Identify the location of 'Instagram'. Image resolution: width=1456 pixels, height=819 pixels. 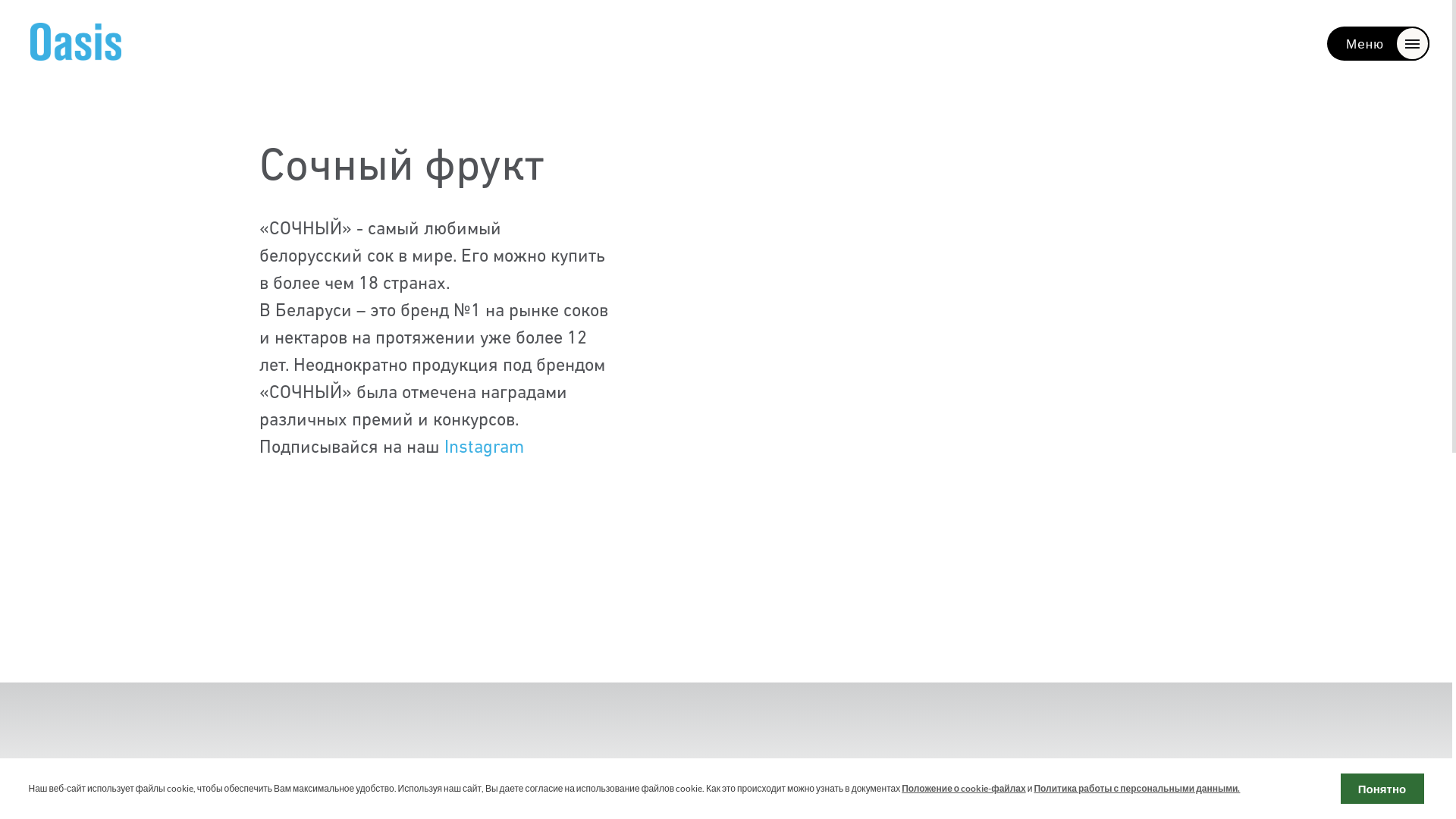
(483, 447).